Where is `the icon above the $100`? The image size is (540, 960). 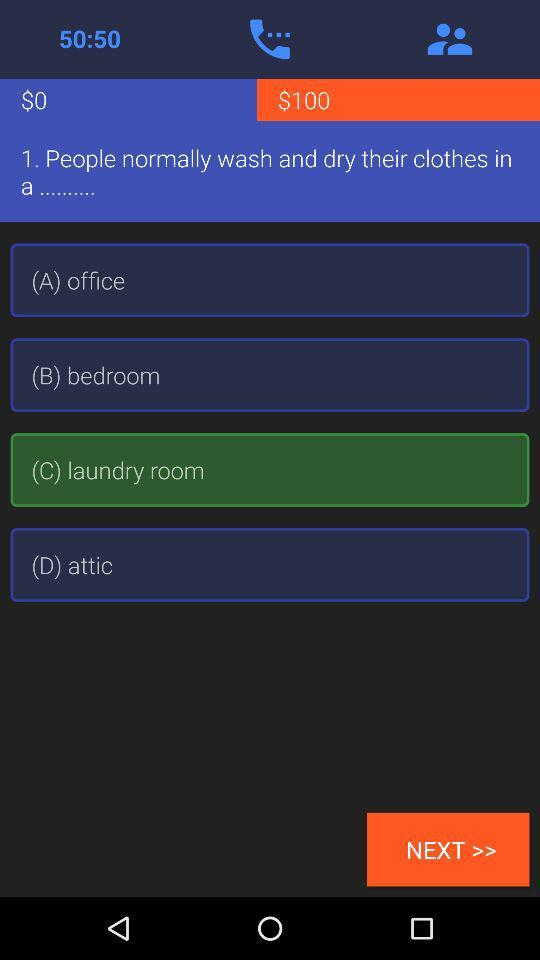
the icon above the $100 is located at coordinates (449, 38).